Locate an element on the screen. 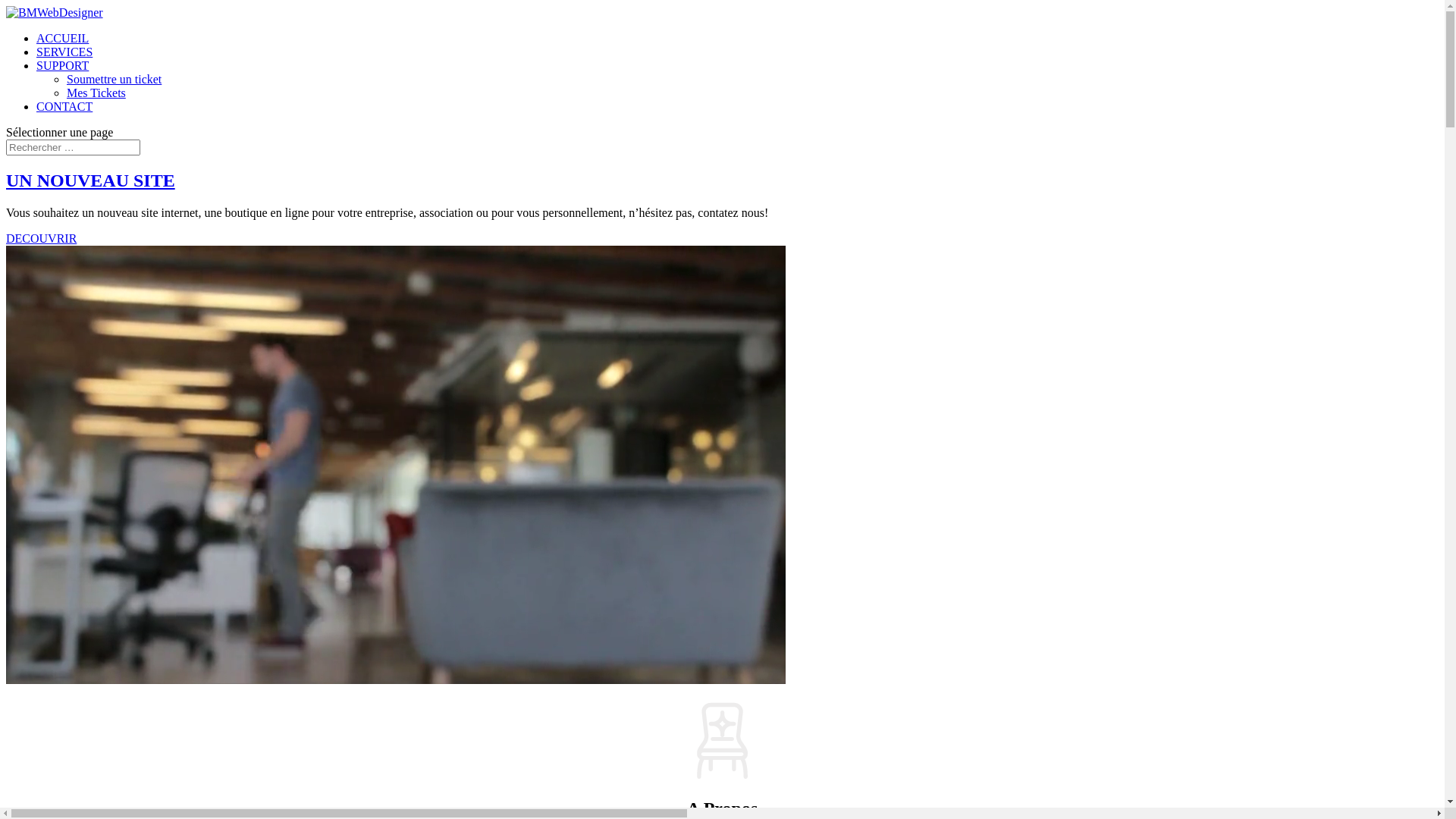  'ACCUEIL' is located at coordinates (61, 37).